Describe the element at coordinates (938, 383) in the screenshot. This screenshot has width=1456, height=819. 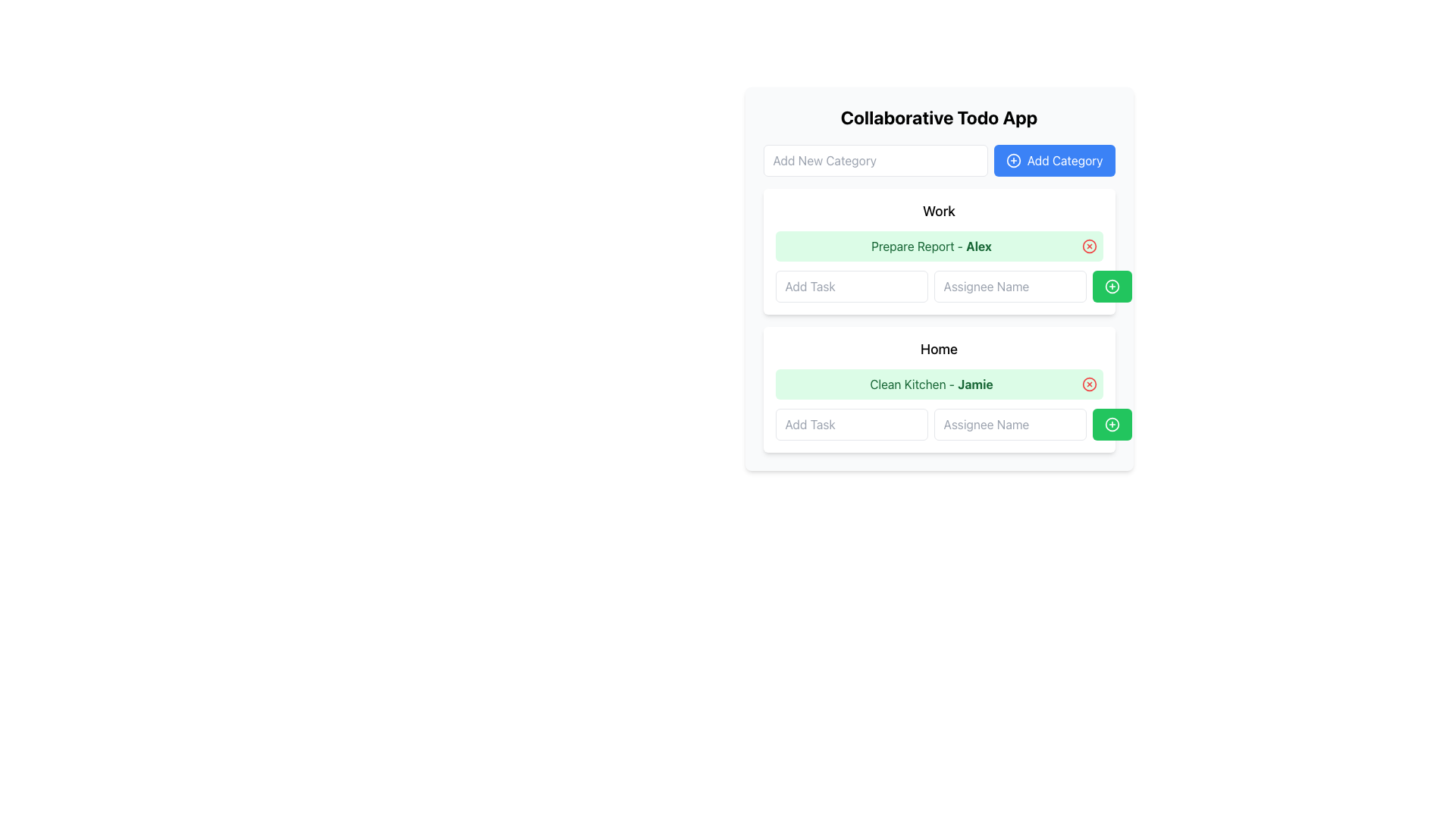
I see `the 'Clean Kitchen - Jamie' task item in the todo list` at that location.